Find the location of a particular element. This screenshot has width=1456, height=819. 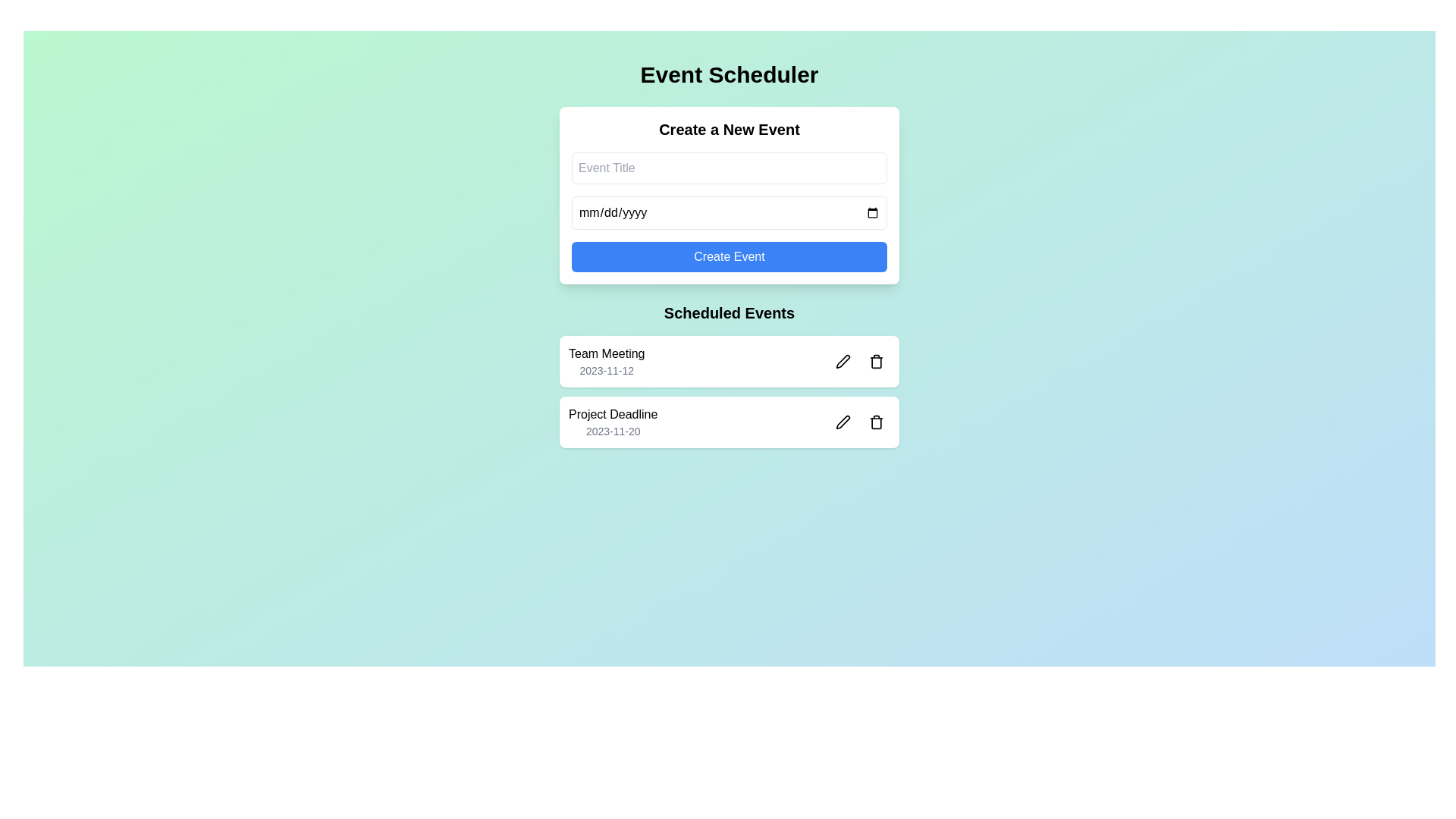

the informational text label for the scheduled event located in the 'Scheduled Events' section, inside the first card from the top, above the date '2023-11-12' is located at coordinates (607, 353).